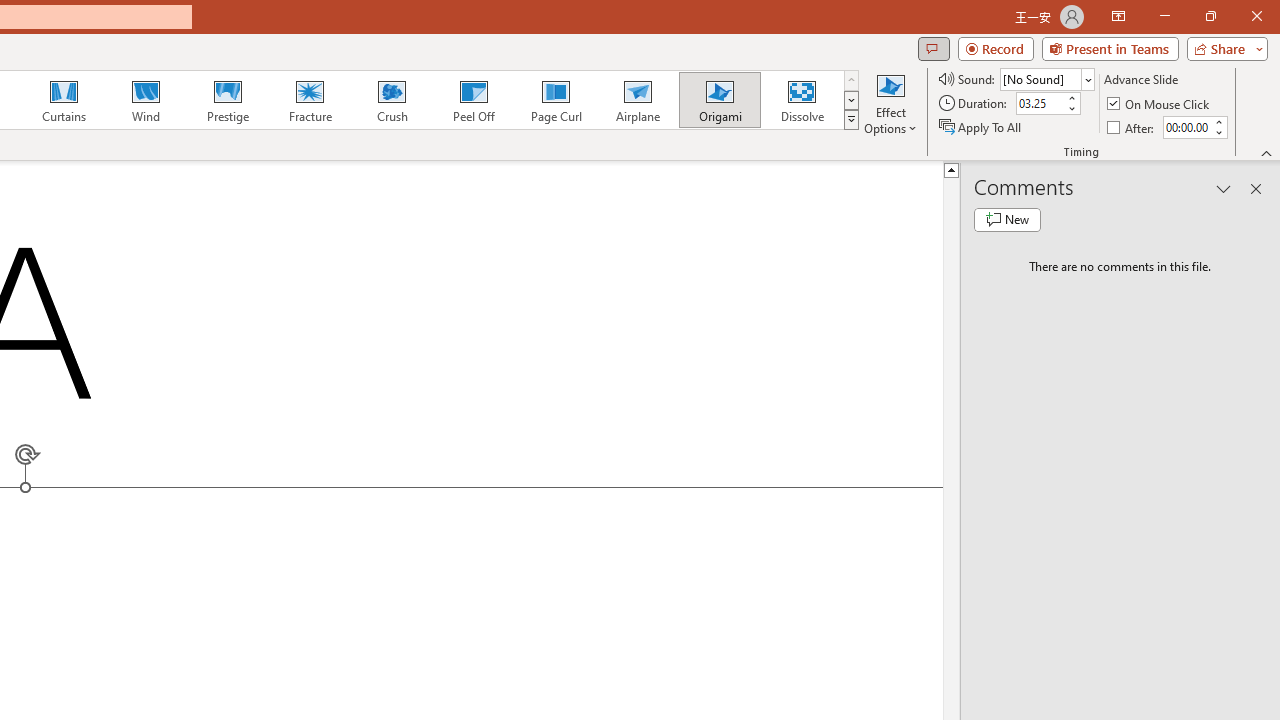 This screenshot has width=1280, height=720. I want to click on 'Dissolve', so click(802, 100).